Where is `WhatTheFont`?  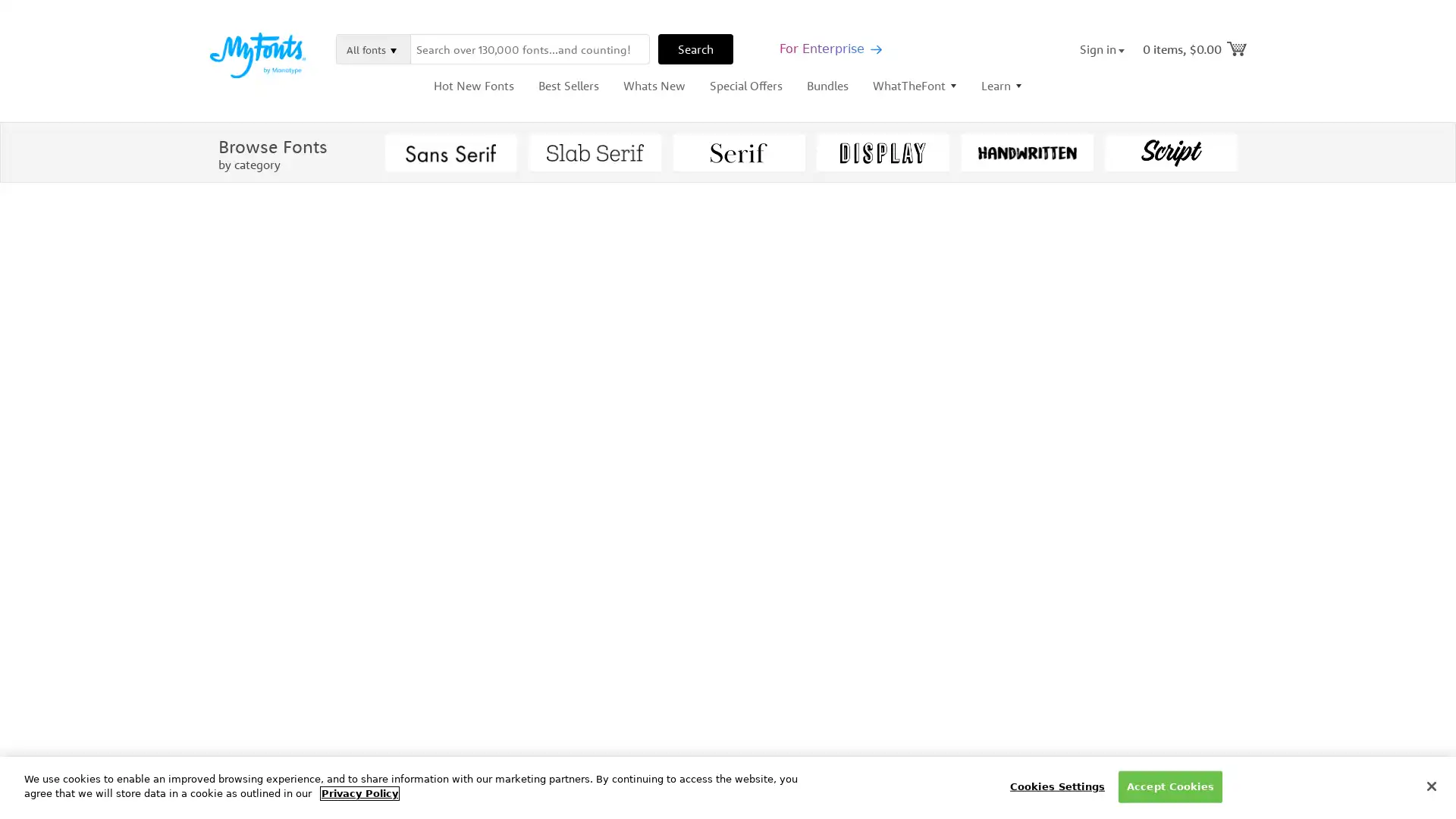
WhatTheFont is located at coordinates (914, 85).